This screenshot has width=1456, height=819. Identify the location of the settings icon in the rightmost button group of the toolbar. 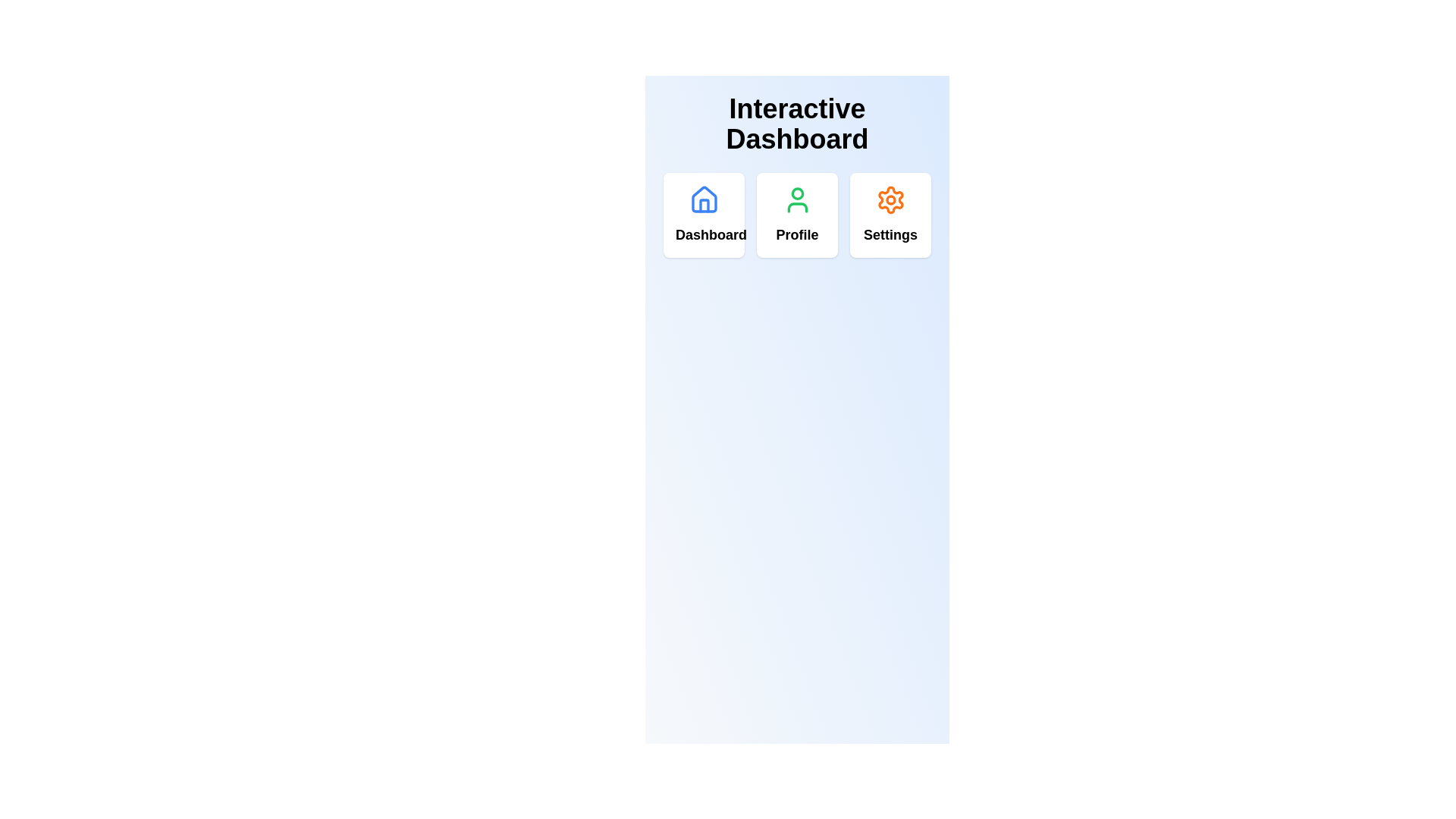
(890, 199).